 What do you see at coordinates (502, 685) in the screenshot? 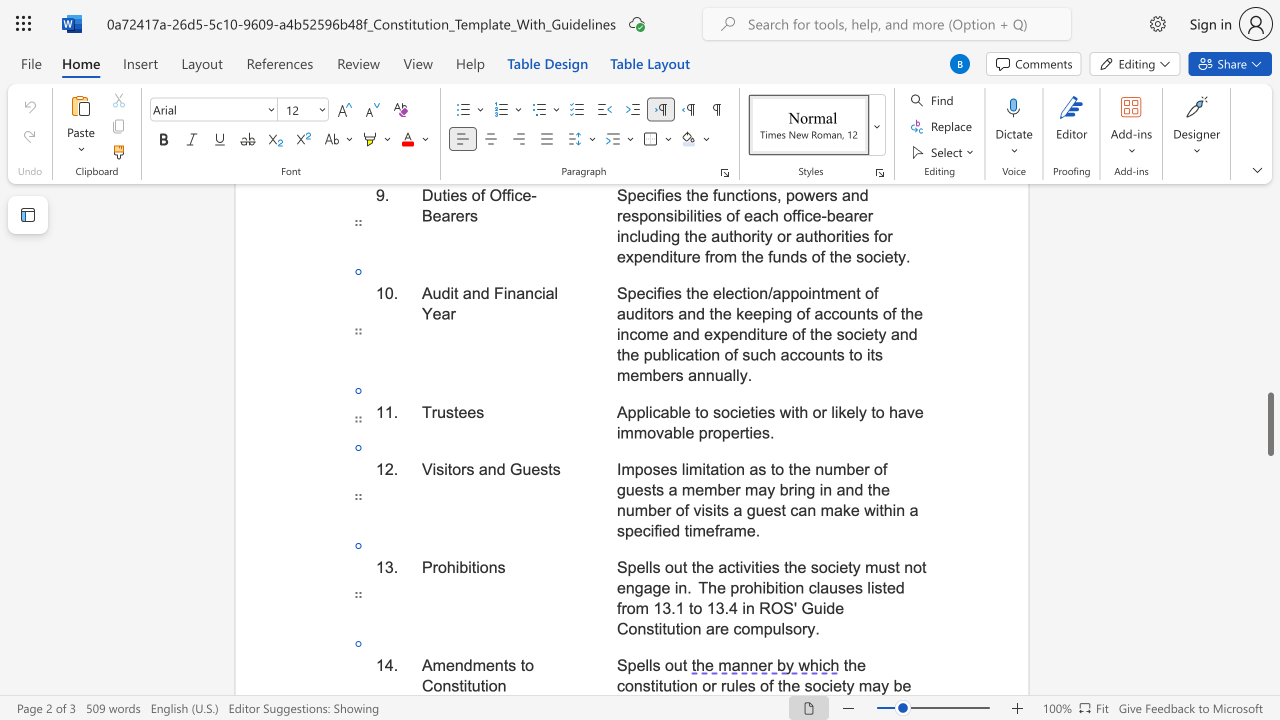
I see `the 4th character "n" in the text` at bounding box center [502, 685].